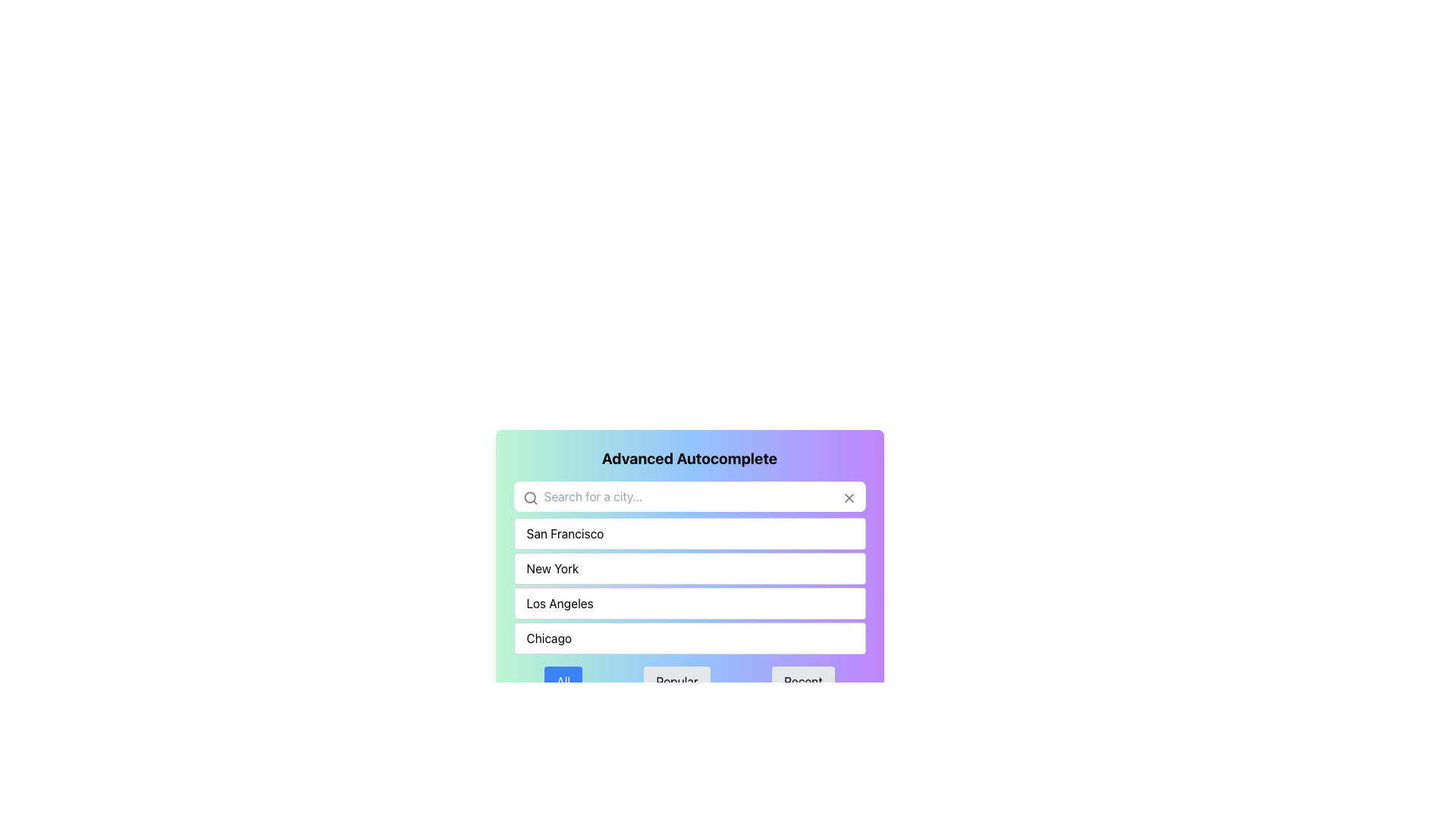 This screenshot has width=1456, height=819. Describe the element at coordinates (529, 497) in the screenshot. I see `the Circle shape representing the lens component of the search icon in the SVG graphic located at the top-left corner of the main search input field` at that location.